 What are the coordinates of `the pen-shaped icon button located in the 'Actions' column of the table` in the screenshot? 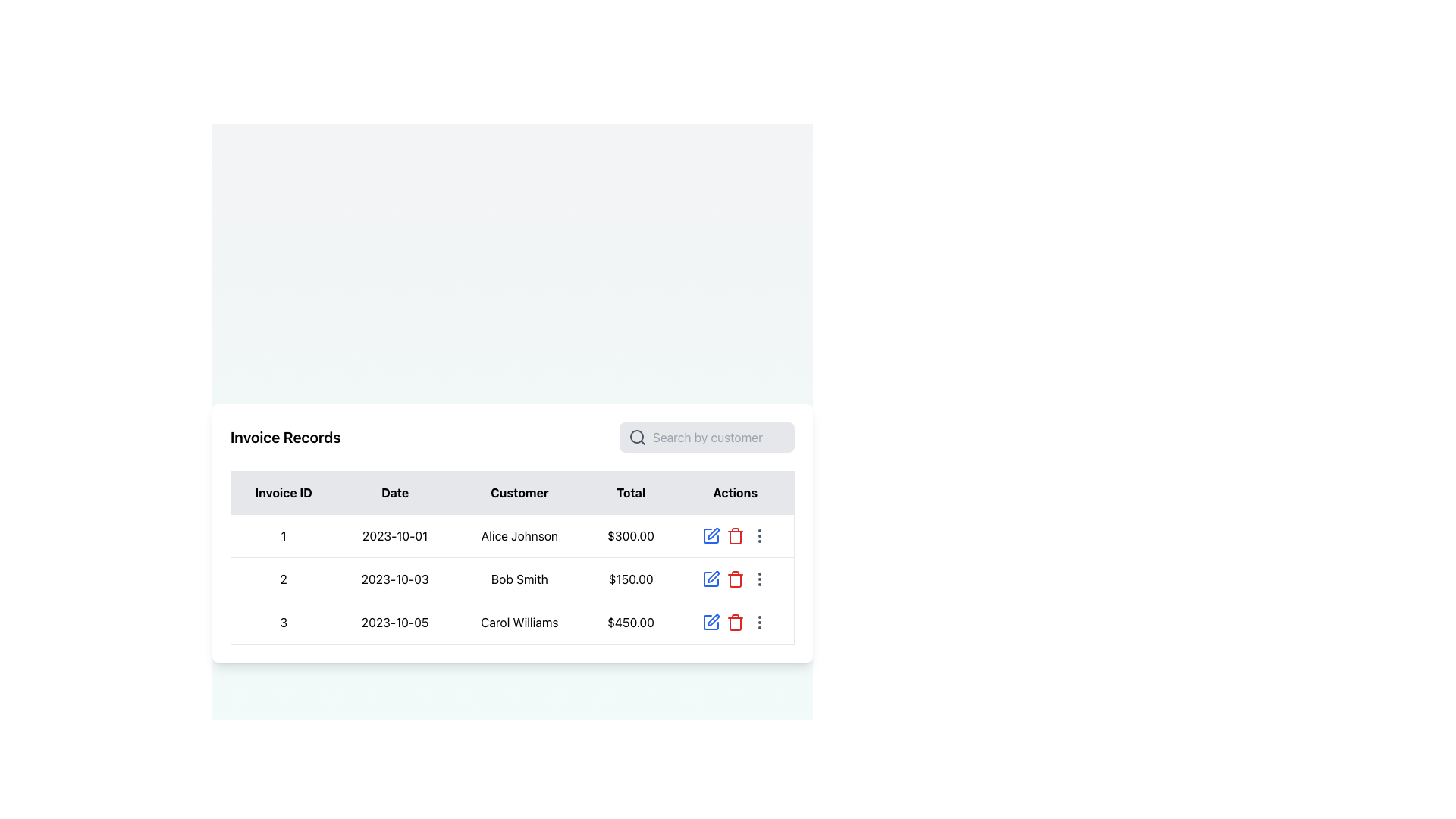 It's located at (712, 532).